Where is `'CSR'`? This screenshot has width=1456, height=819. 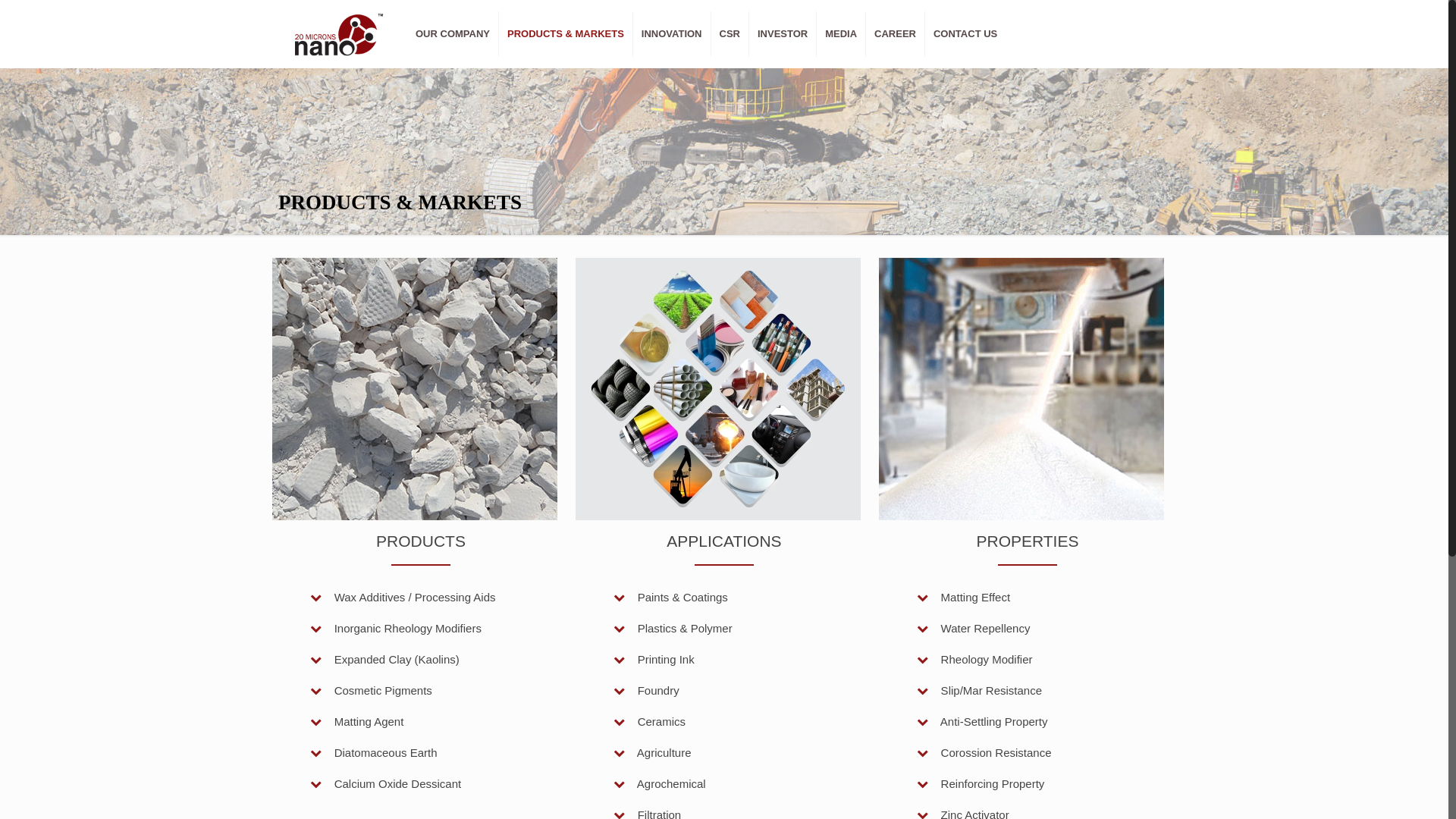
'CSR' is located at coordinates (730, 34).